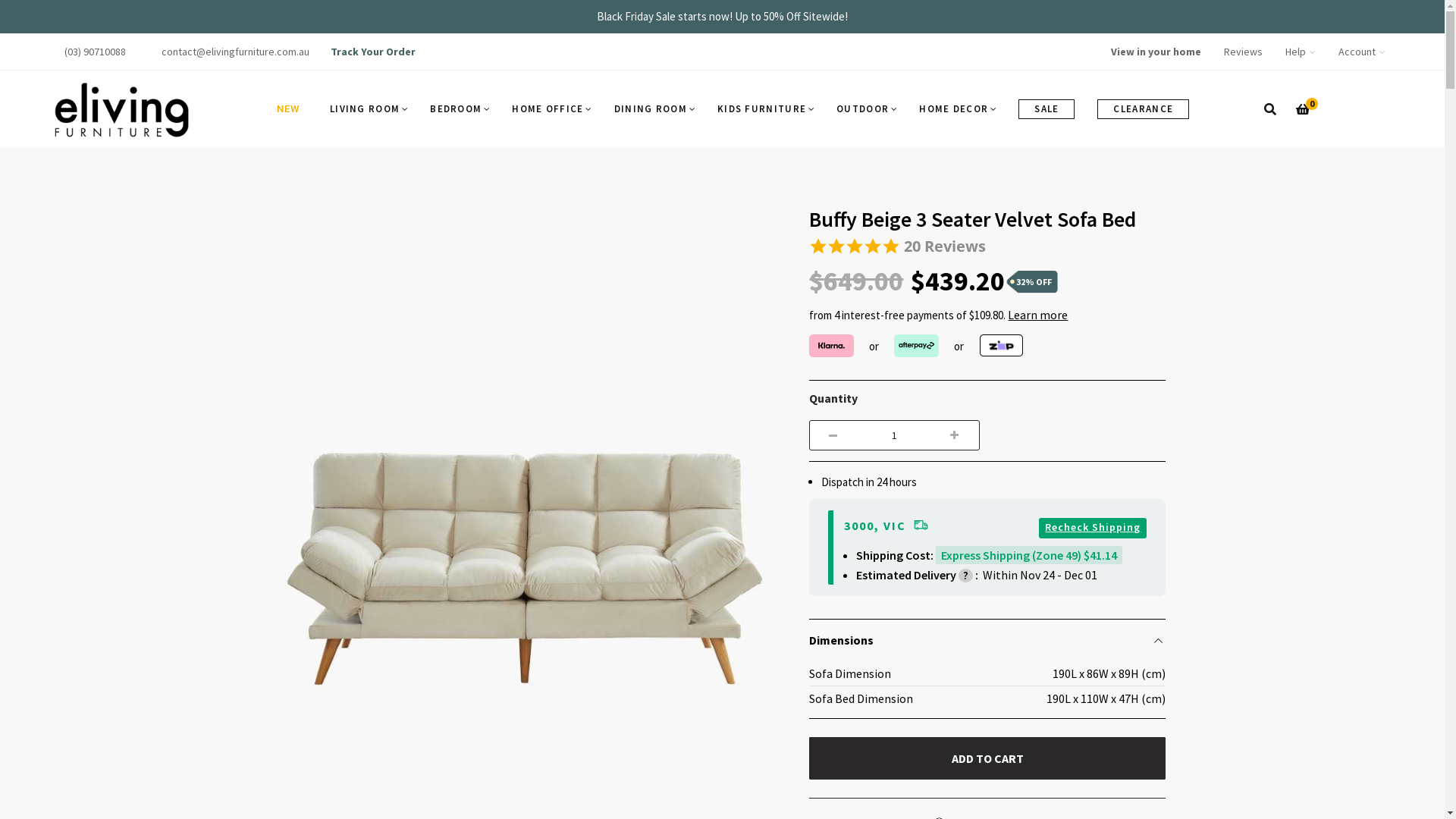 The image size is (1456, 819). I want to click on 'Learn more', so click(1037, 314).